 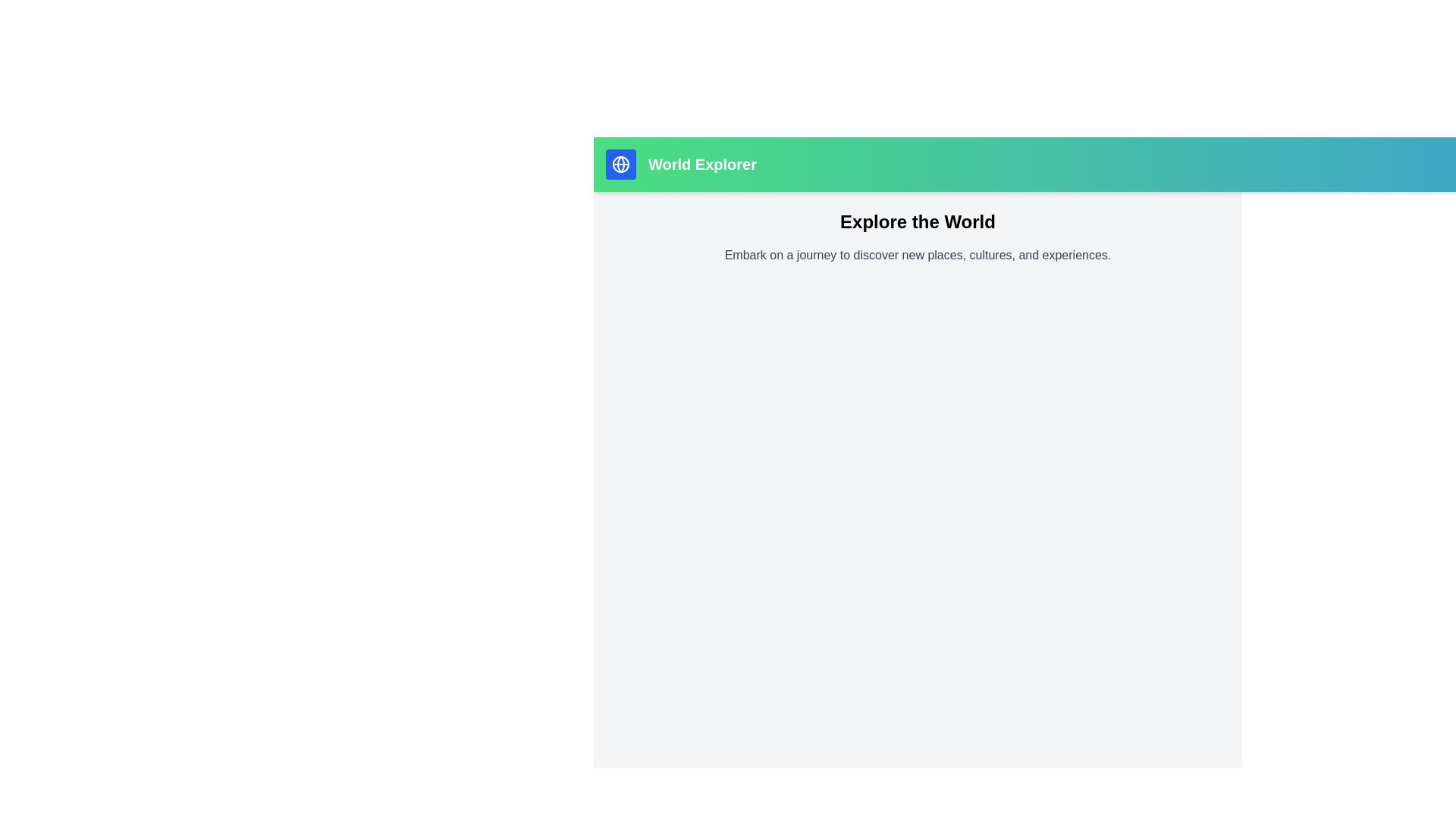 I want to click on the globe icon button in the top left corner of the app bar, so click(x=621, y=164).